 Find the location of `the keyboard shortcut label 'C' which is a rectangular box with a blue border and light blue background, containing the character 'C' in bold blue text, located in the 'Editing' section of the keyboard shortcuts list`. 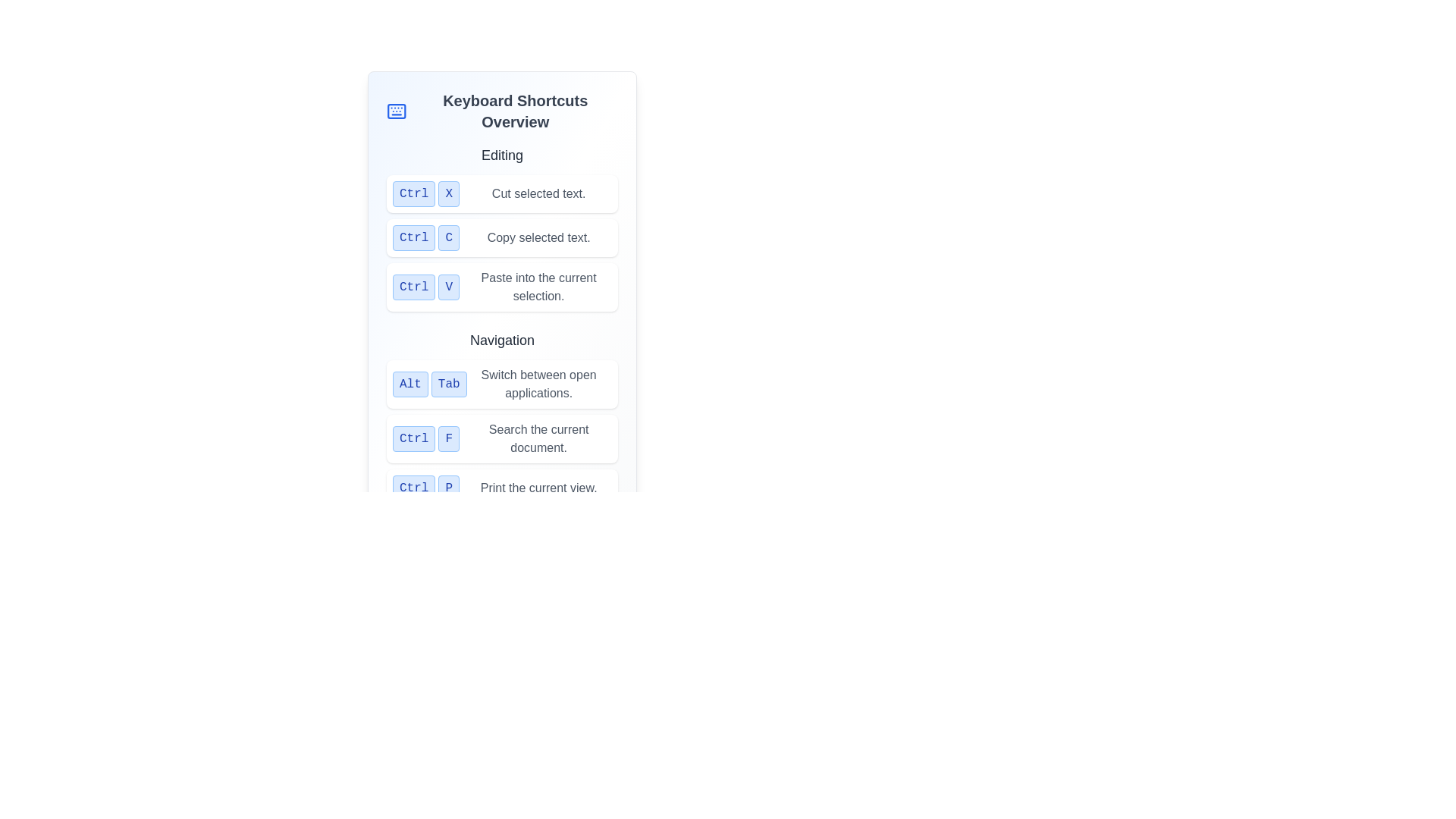

the keyboard shortcut label 'C' which is a rectangular box with a blue border and light blue background, containing the character 'C' in bold blue text, located in the 'Editing' section of the keyboard shortcuts list is located at coordinates (448, 237).